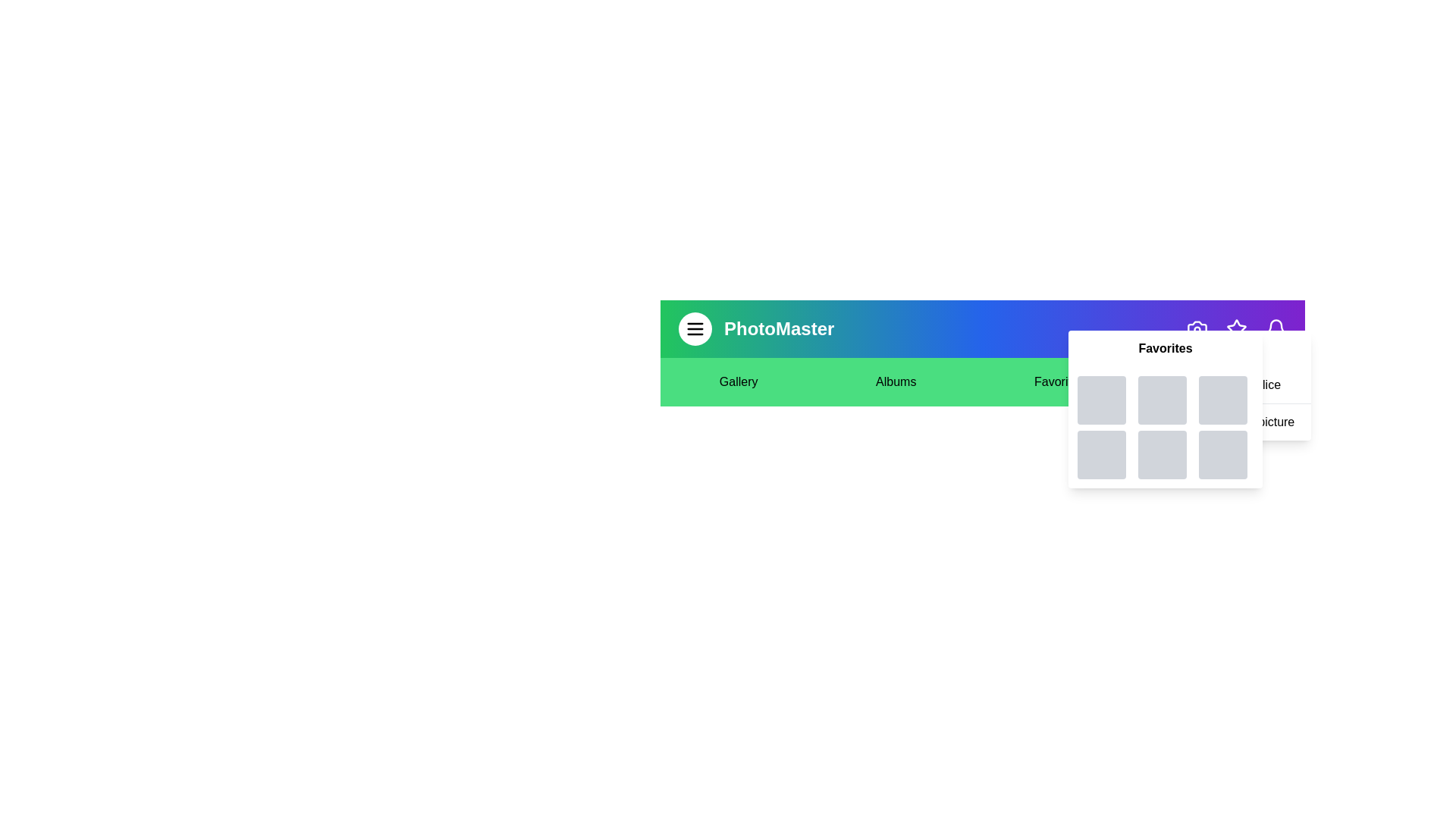 This screenshot has height=819, width=1456. What do you see at coordinates (1197, 328) in the screenshot?
I see `the camera icon to perform the associated action` at bounding box center [1197, 328].